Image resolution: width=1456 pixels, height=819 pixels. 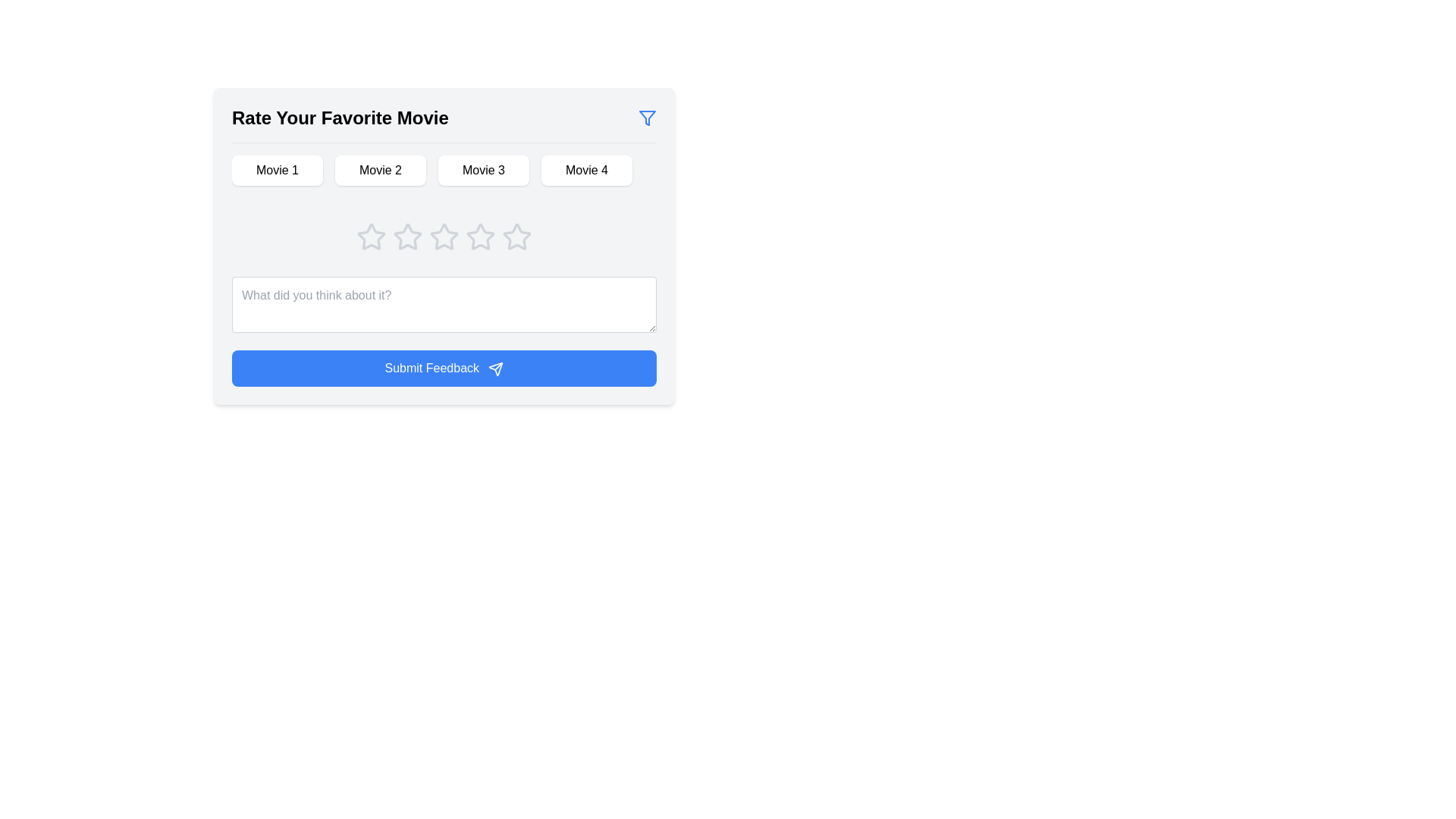 What do you see at coordinates (443, 175) in the screenshot?
I see `the movie block in the list of selectable items containing titles like 'Movie 1', 'Movie 2', 'Movie 3', and 'Movie 4'` at bounding box center [443, 175].